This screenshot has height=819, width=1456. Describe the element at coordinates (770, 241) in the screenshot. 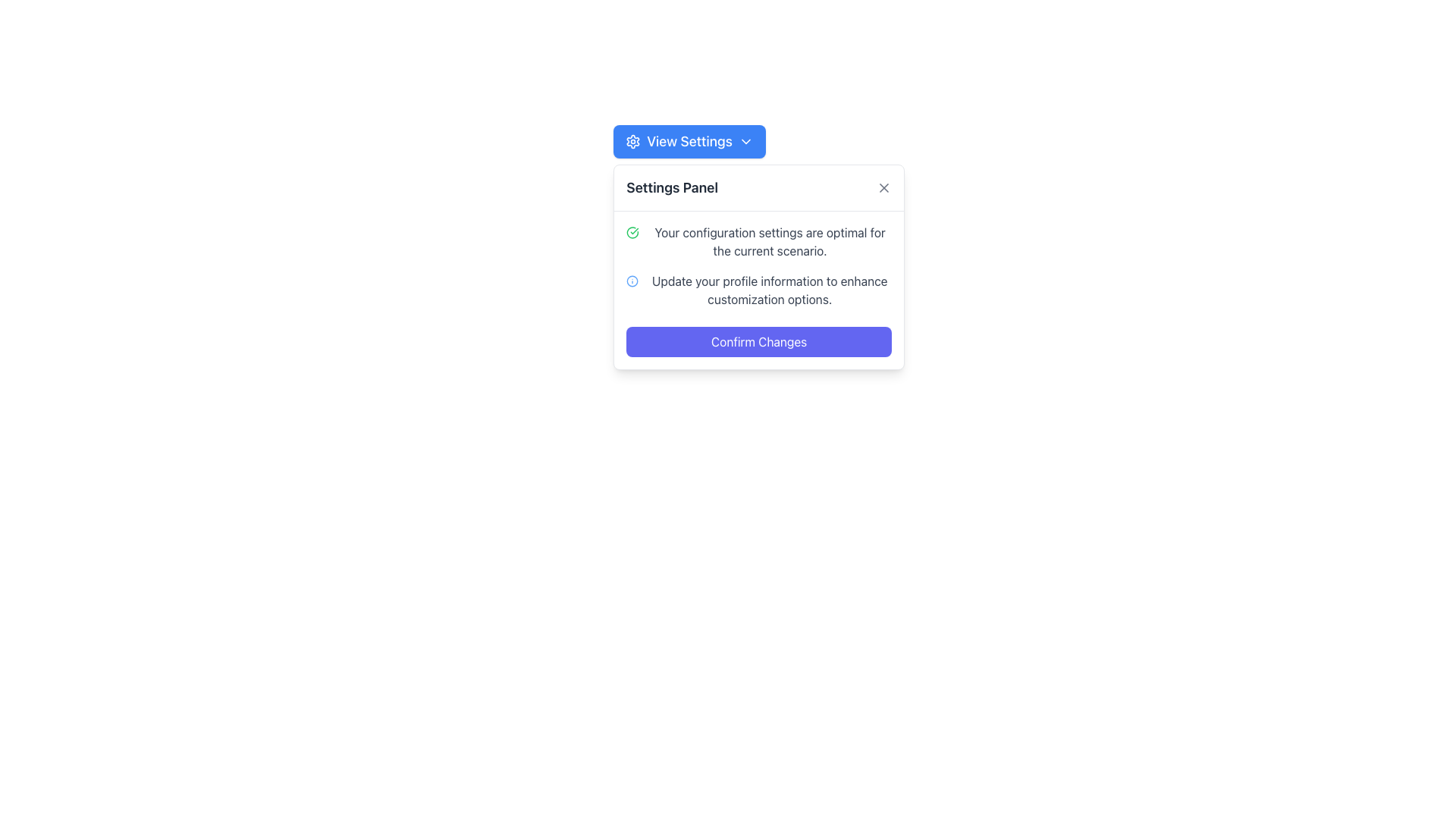

I see `the informational Static Text element located in the settings panel, which confirms that the current configuration settings are optimal, situated right next to a green checkmark icon` at that location.